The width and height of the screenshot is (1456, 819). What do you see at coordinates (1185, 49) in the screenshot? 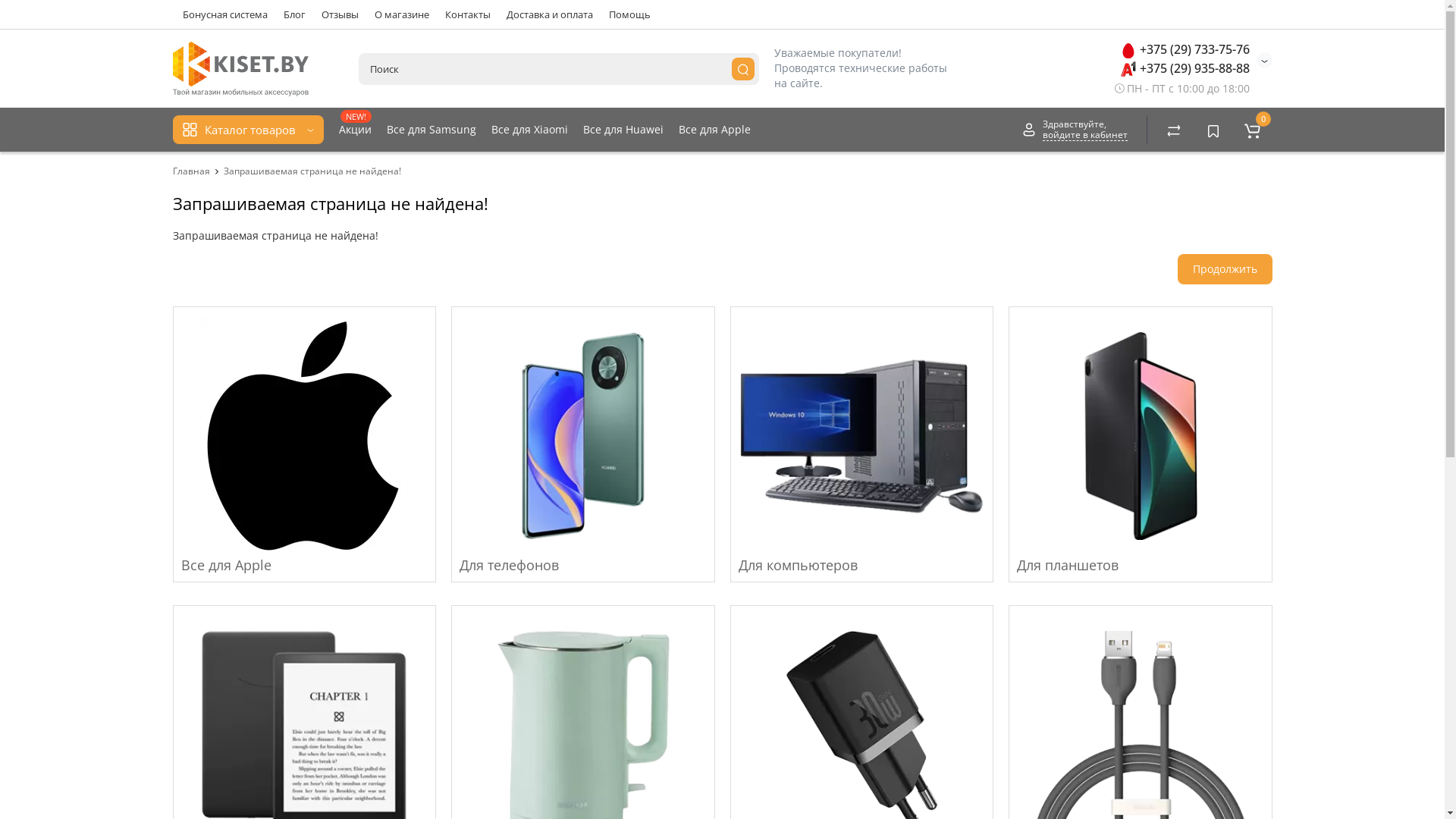
I see `'+375 (29) 733-75-76'` at bounding box center [1185, 49].